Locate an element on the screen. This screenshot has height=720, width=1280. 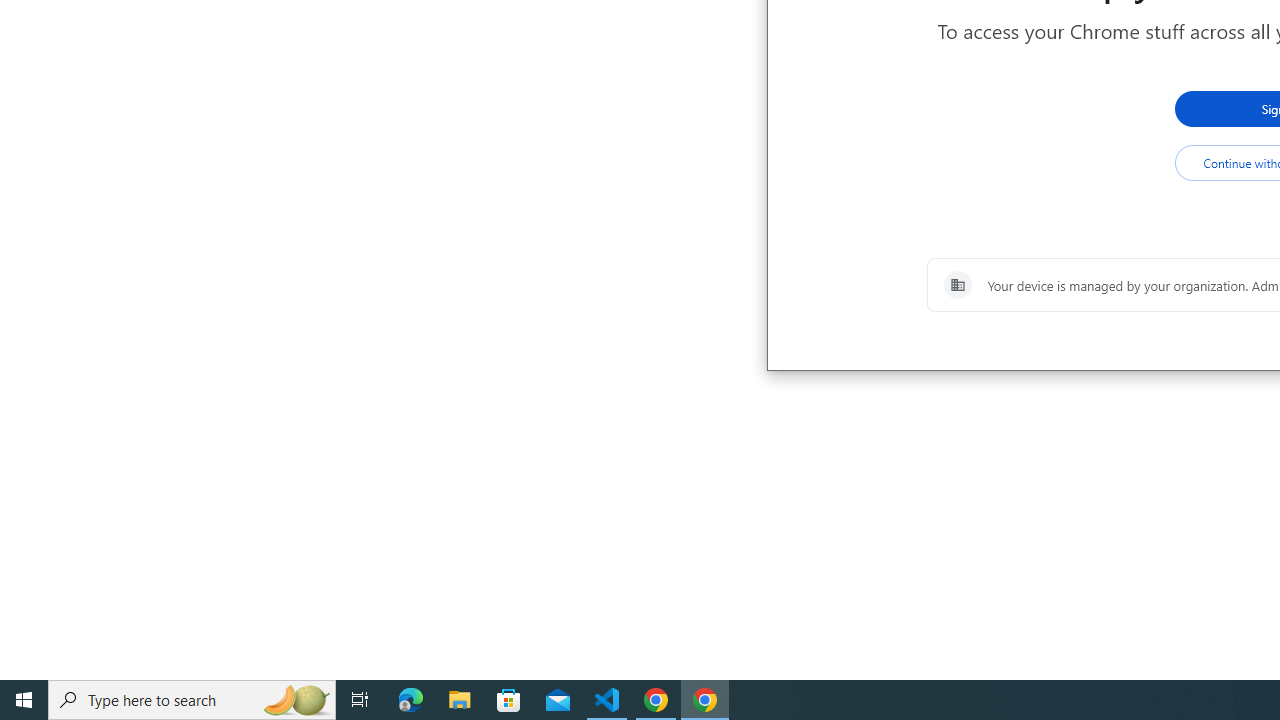
'Task View' is located at coordinates (359, 698).